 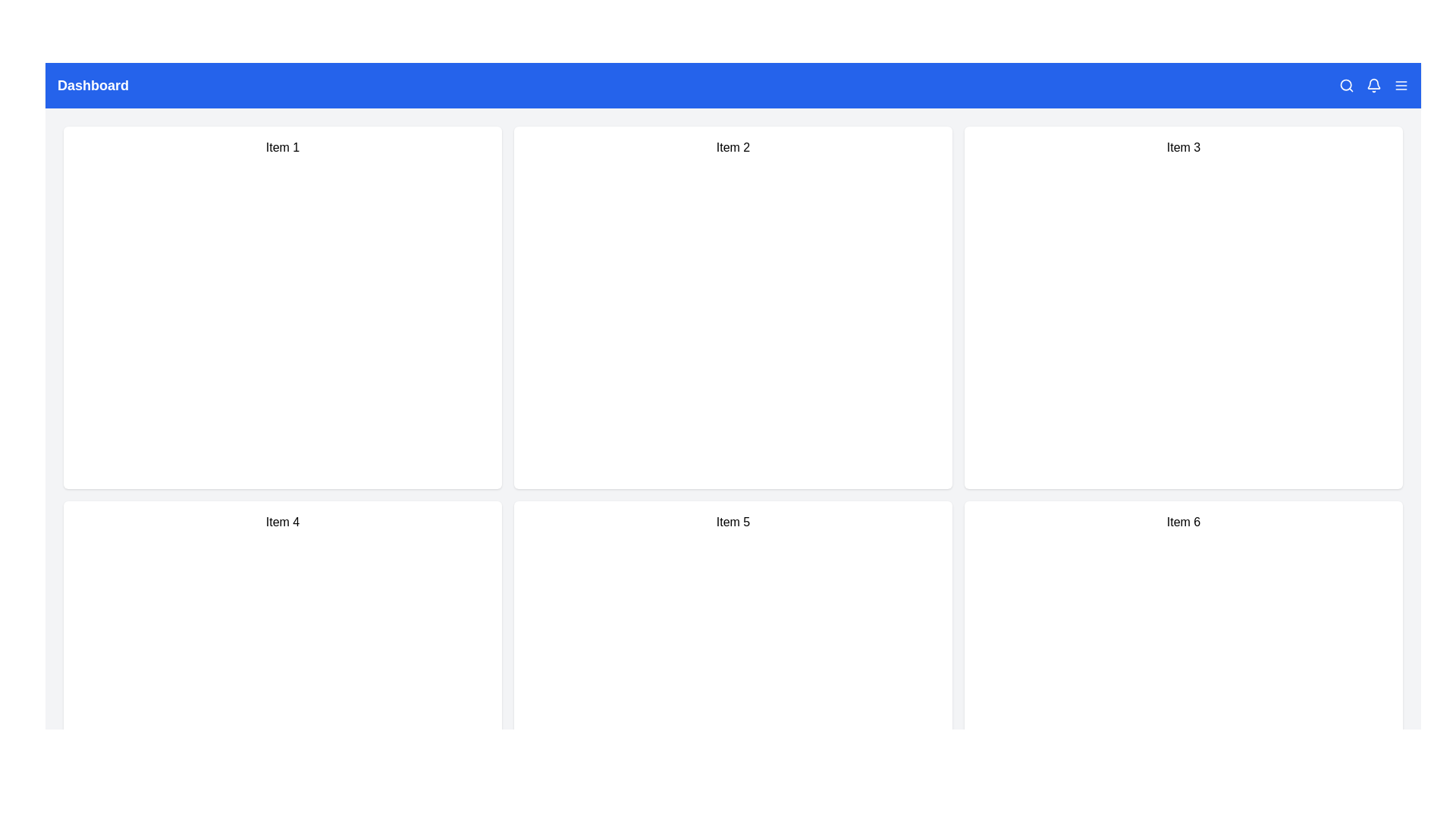 I want to click on the fourth icon in the top-right corner of the interface, so click(x=1401, y=85).